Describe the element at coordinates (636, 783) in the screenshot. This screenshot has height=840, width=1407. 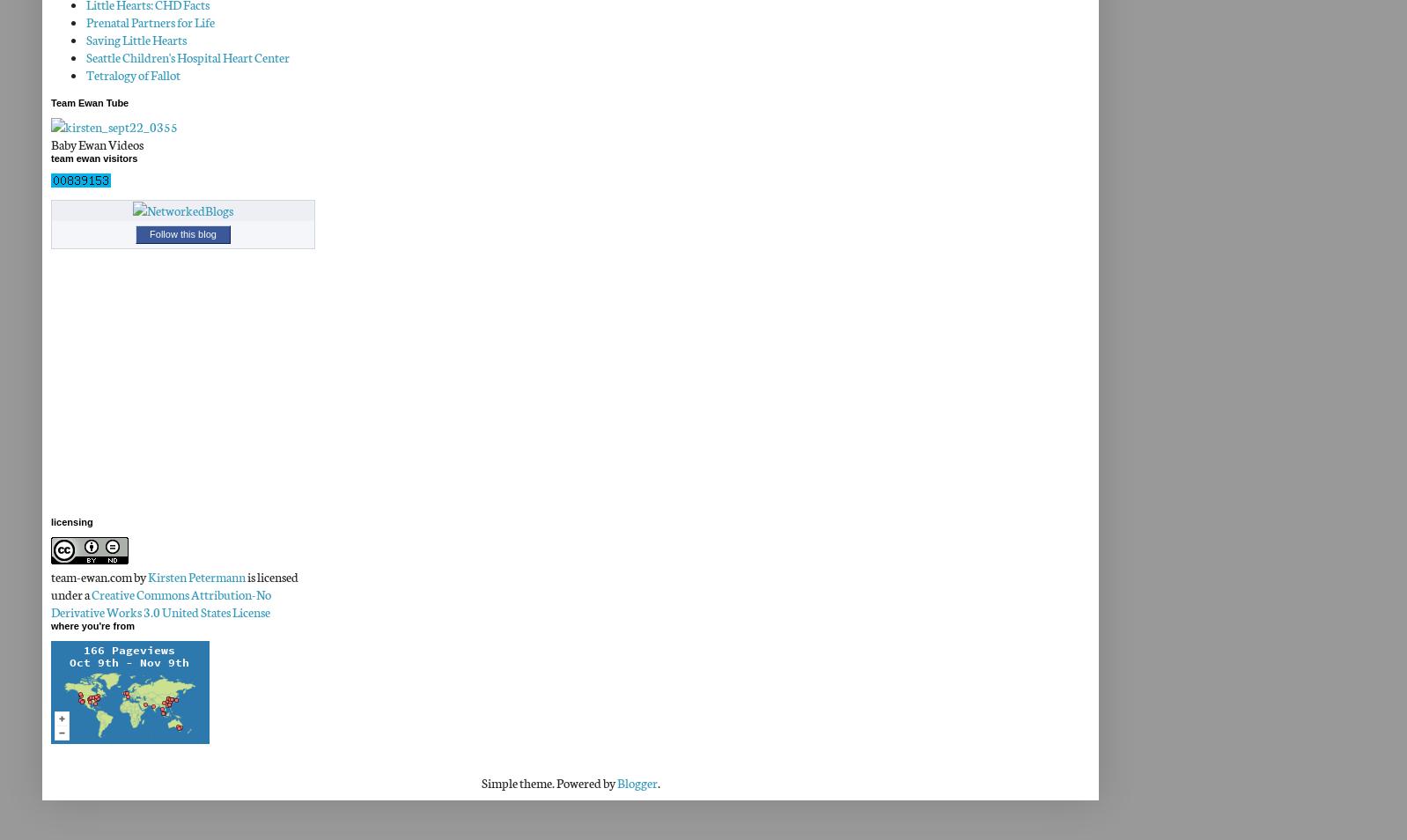
I see `'Blogger'` at that location.